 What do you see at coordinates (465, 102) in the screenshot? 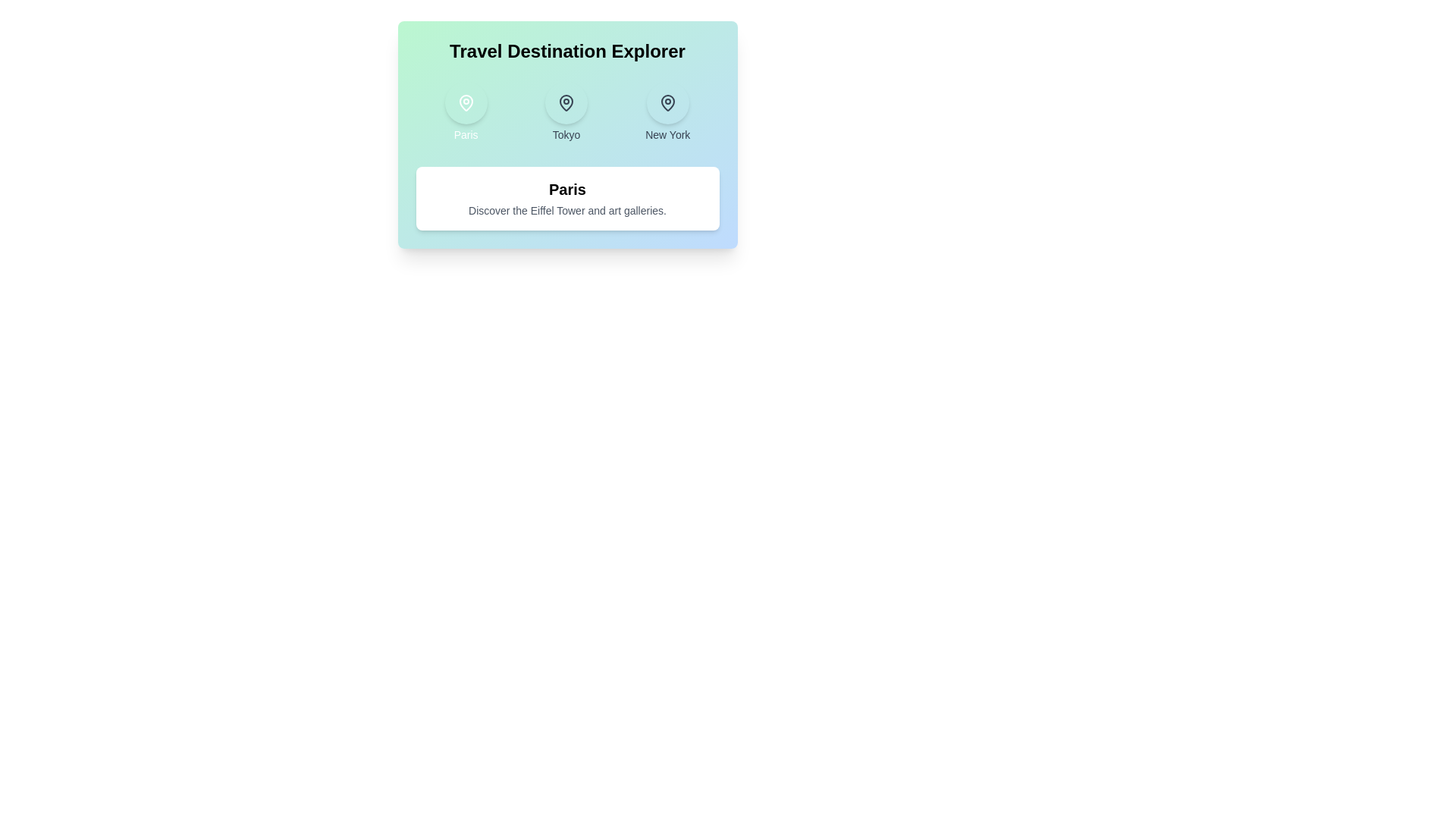
I see `the Icon (Map Pin) representing the destination 'Paris', which is the first button in the row of selectable options at the top-left of the interface` at bounding box center [465, 102].